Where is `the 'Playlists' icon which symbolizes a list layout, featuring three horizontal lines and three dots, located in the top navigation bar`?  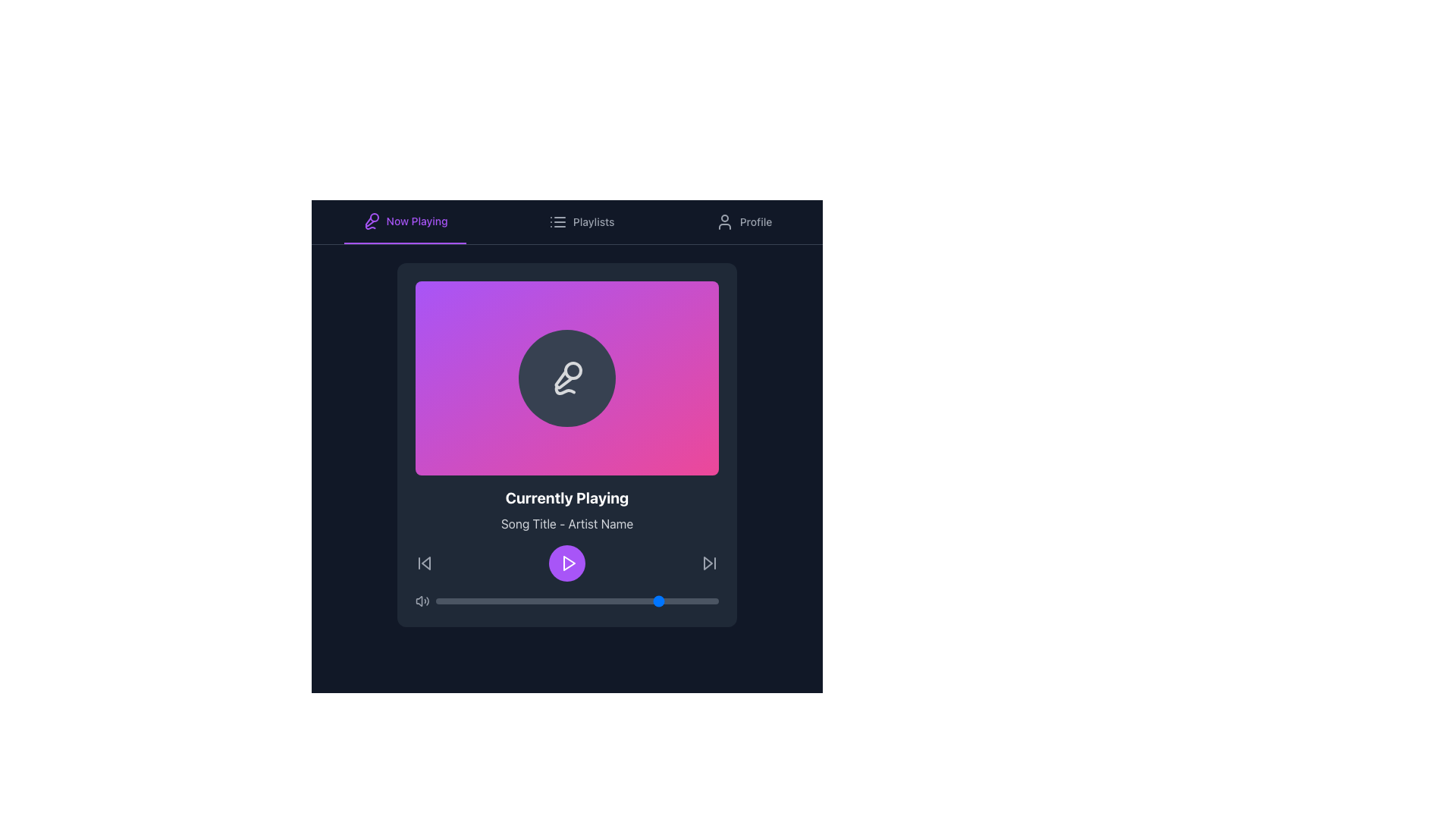
the 'Playlists' icon which symbolizes a list layout, featuring three horizontal lines and three dots, located in the top navigation bar is located at coordinates (556, 222).